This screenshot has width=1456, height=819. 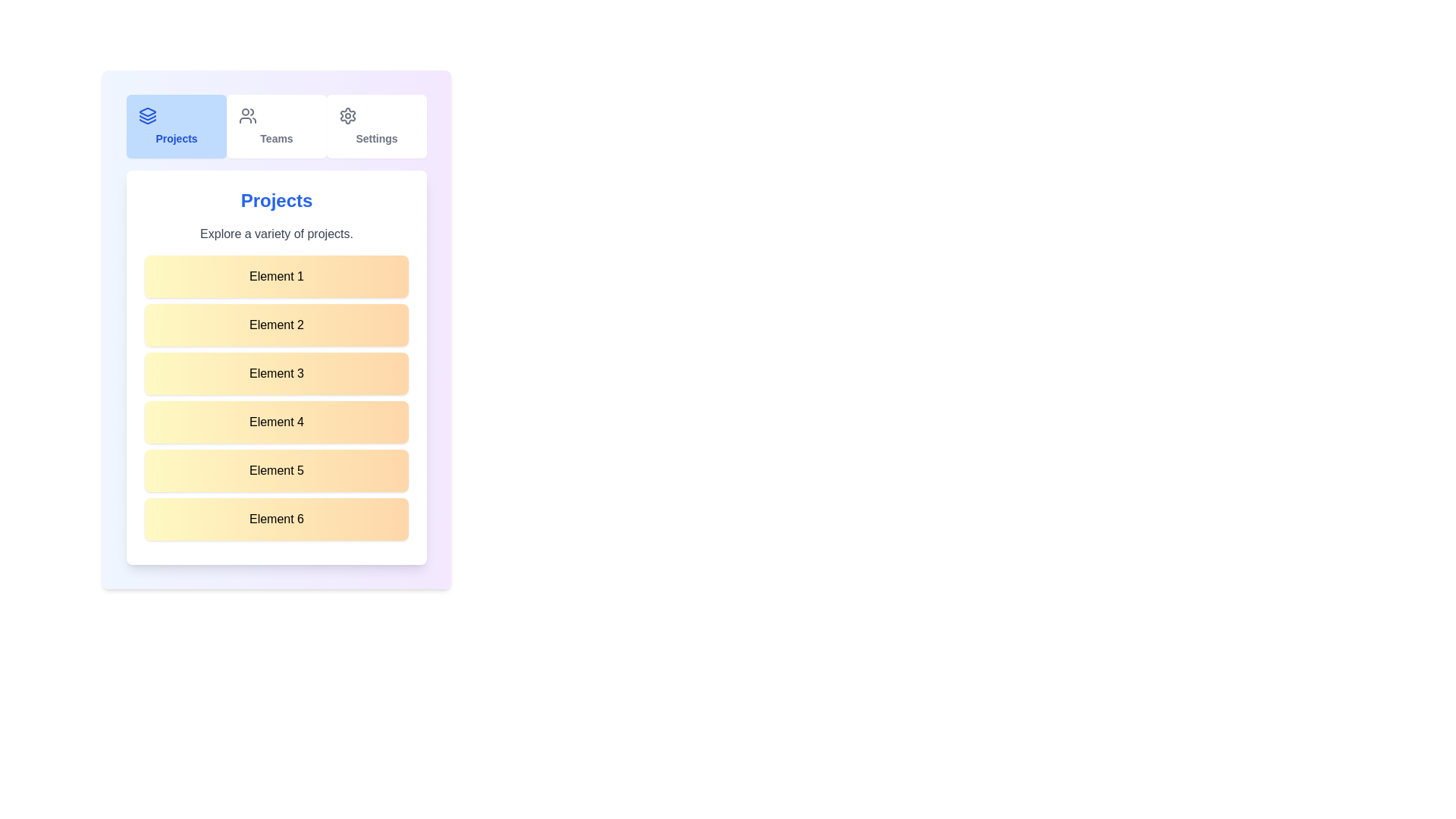 What do you see at coordinates (276, 125) in the screenshot?
I see `the Teams tab` at bounding box center [276, 125].